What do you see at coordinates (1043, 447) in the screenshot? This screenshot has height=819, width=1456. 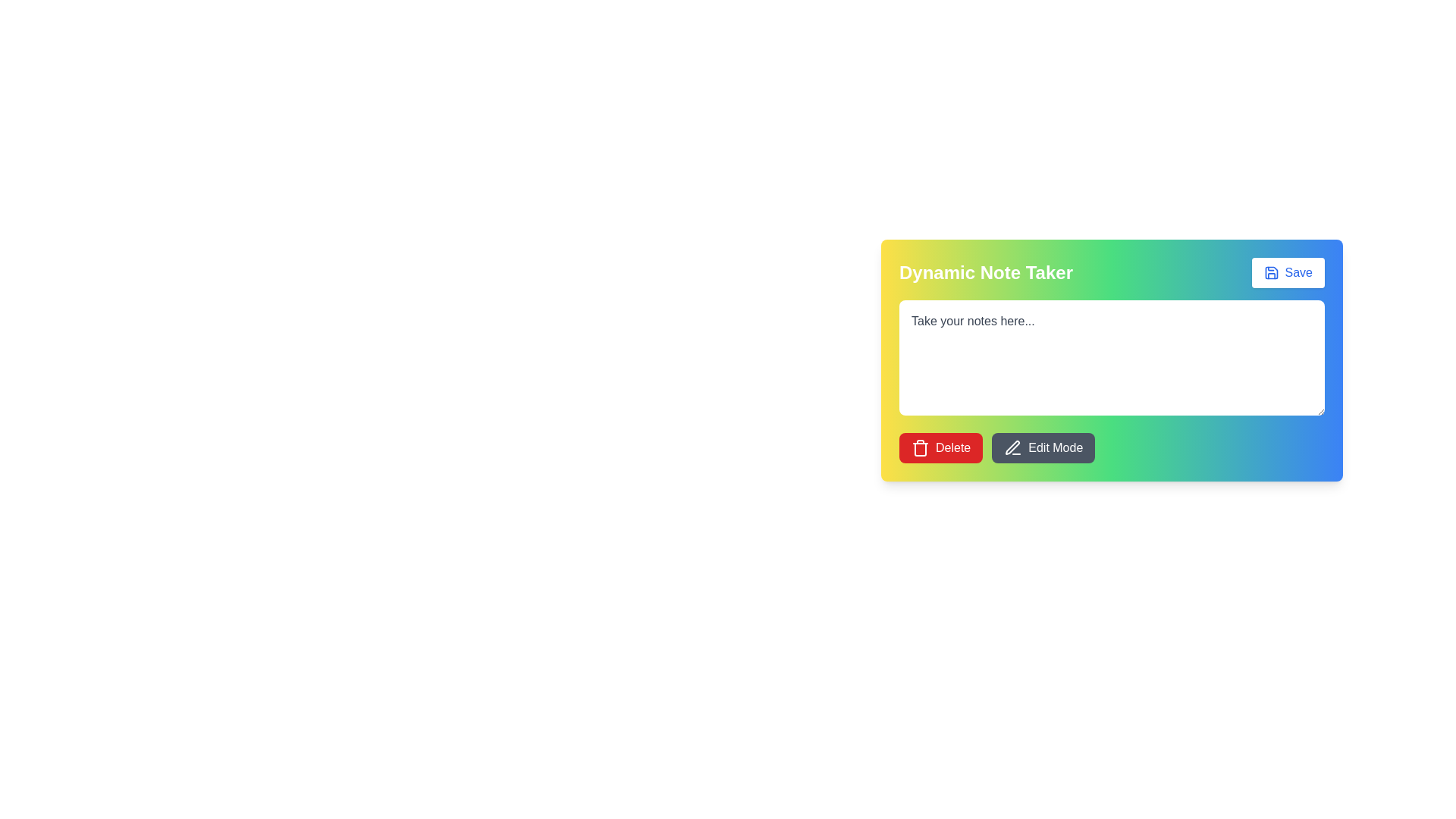 I see `the edit mode toggle button located to the right of the 'Delete' button in the 'Dynamic Note Taker' panel` at bounding box center [1043, 447].